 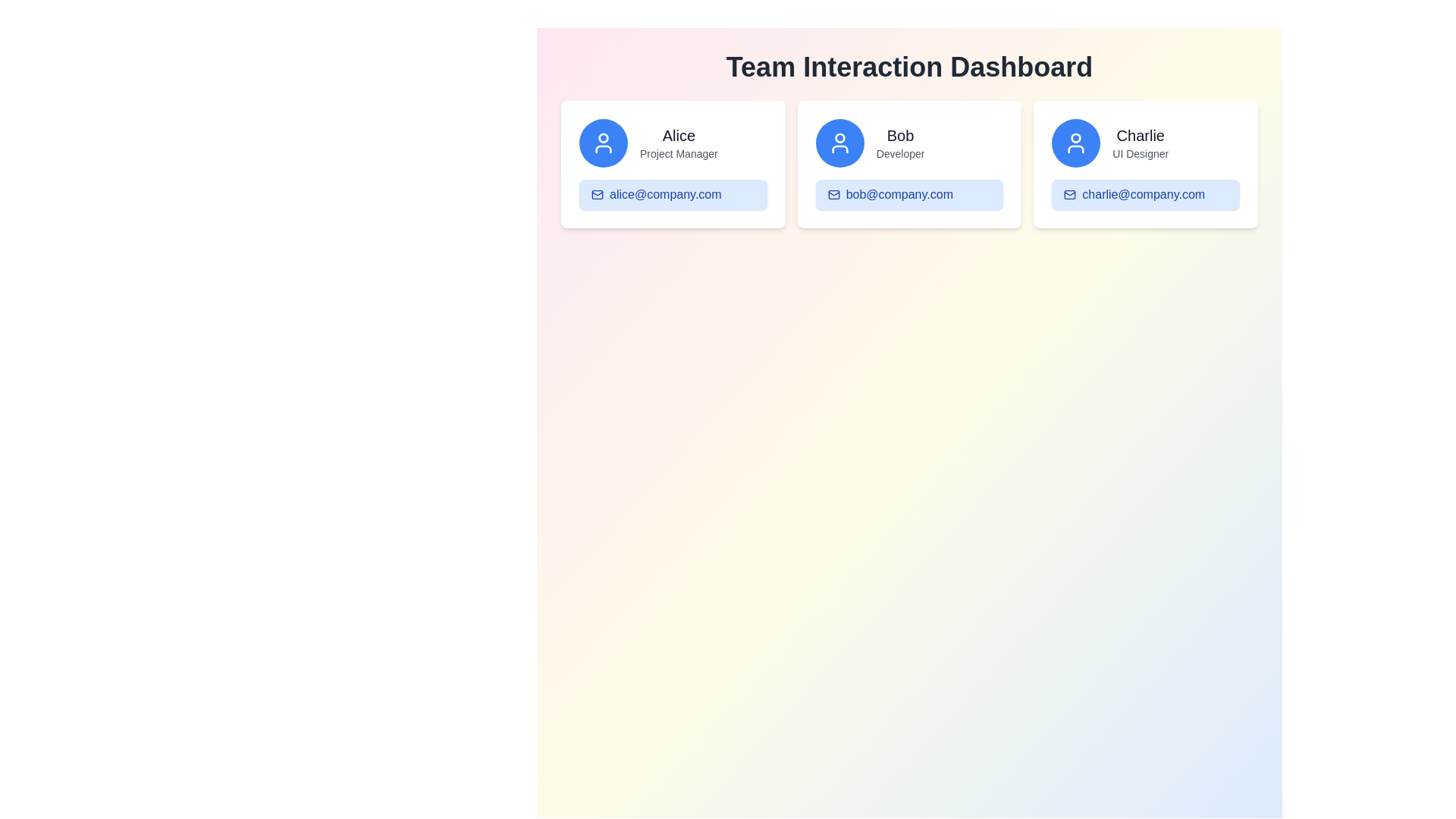 What do you see at coordinates (839, 138) in the screenshot?
I see `the circular user profile icon located in the middle card of the interface, which visually represents the user's avatar` at bounding box center [839, 138].